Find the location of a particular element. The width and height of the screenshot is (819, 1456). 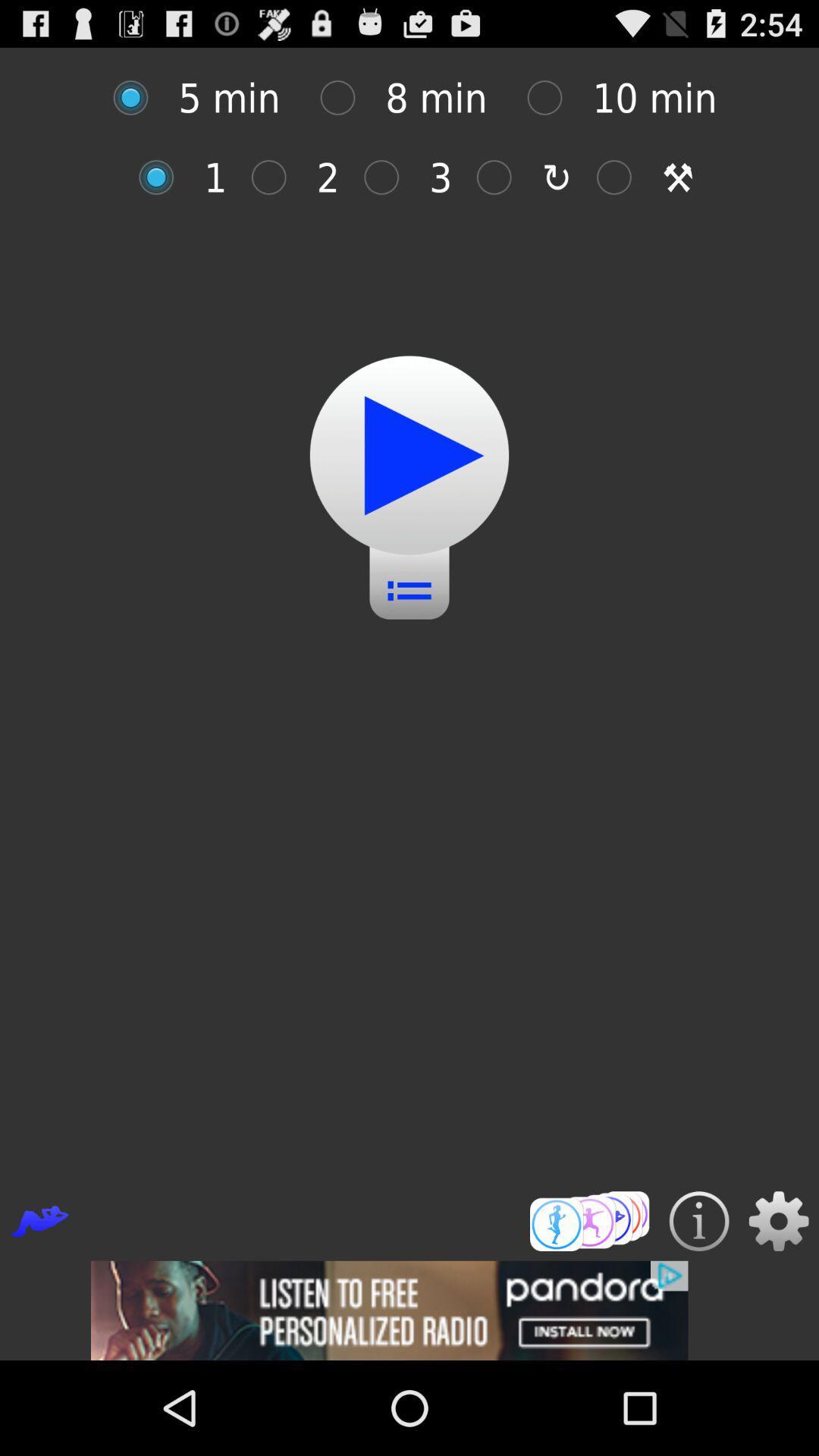

2 minutes is located at coordinates (277, 177).